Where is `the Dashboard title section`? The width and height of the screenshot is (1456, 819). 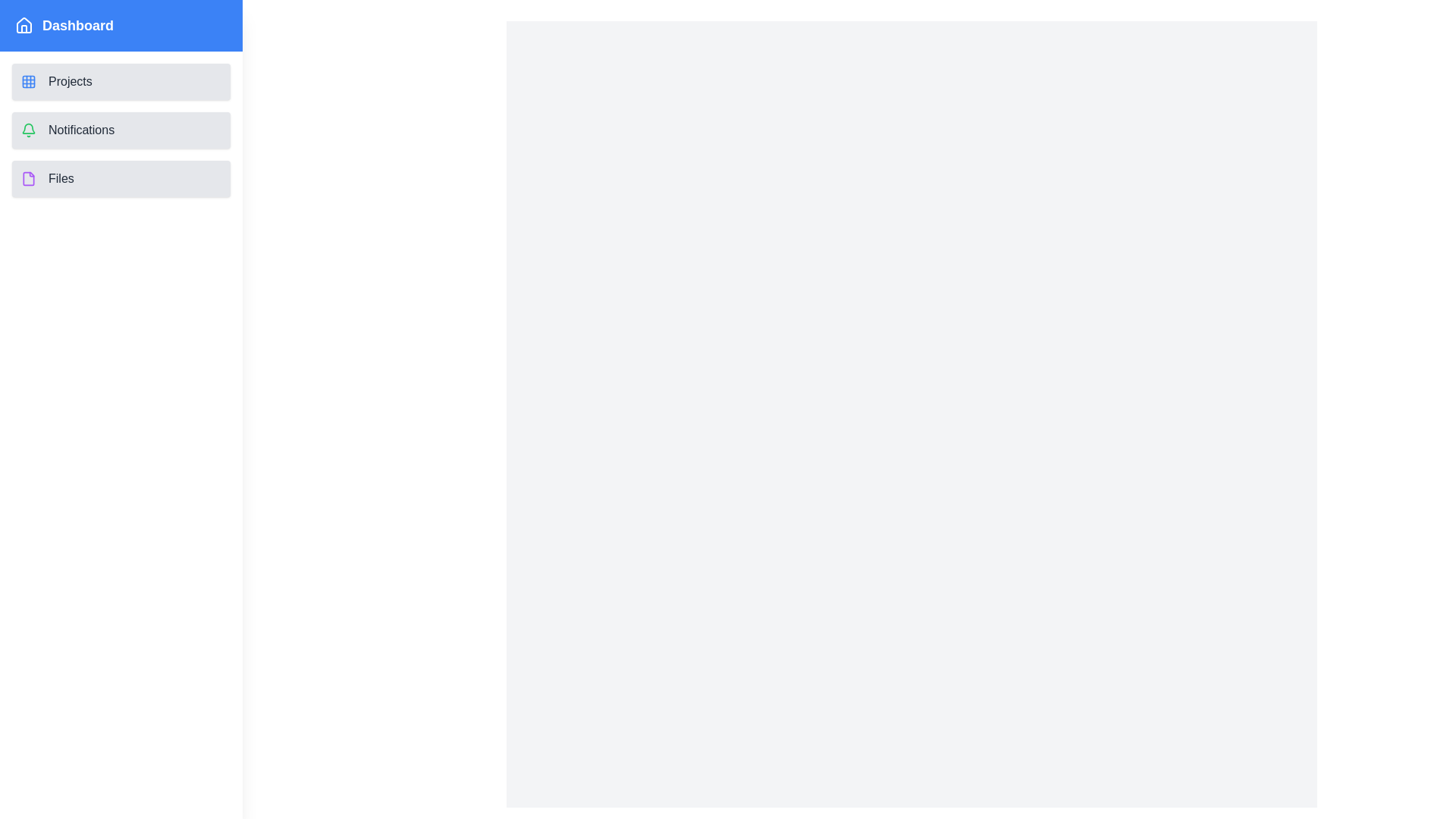
the Dashboard title section is located at coordinates (120, 26).